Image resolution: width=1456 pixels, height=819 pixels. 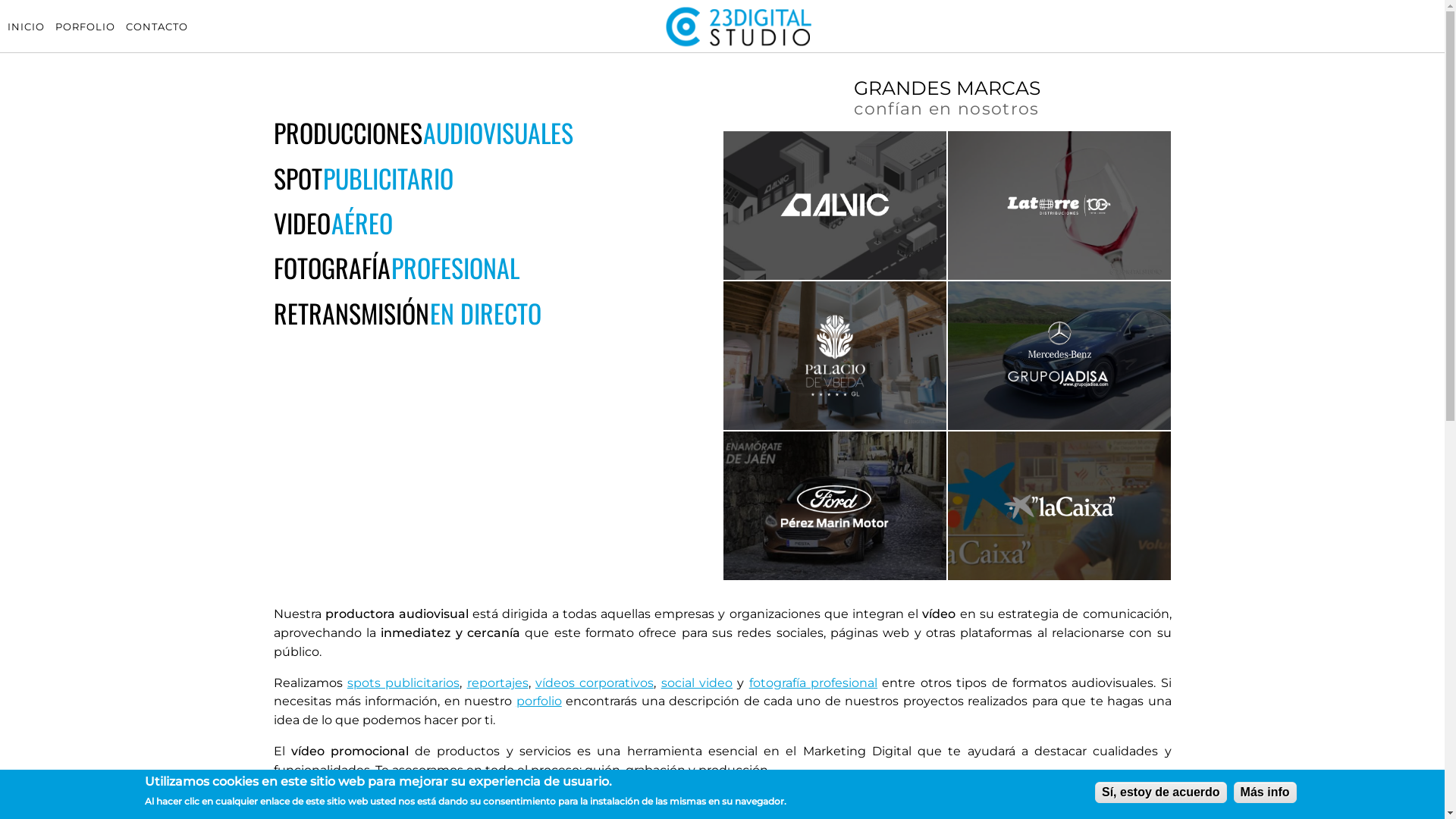 What do you see at coordinates (516, 701) in the screenshot?
I see `'porfolio'` at bounding box center [516, 701].